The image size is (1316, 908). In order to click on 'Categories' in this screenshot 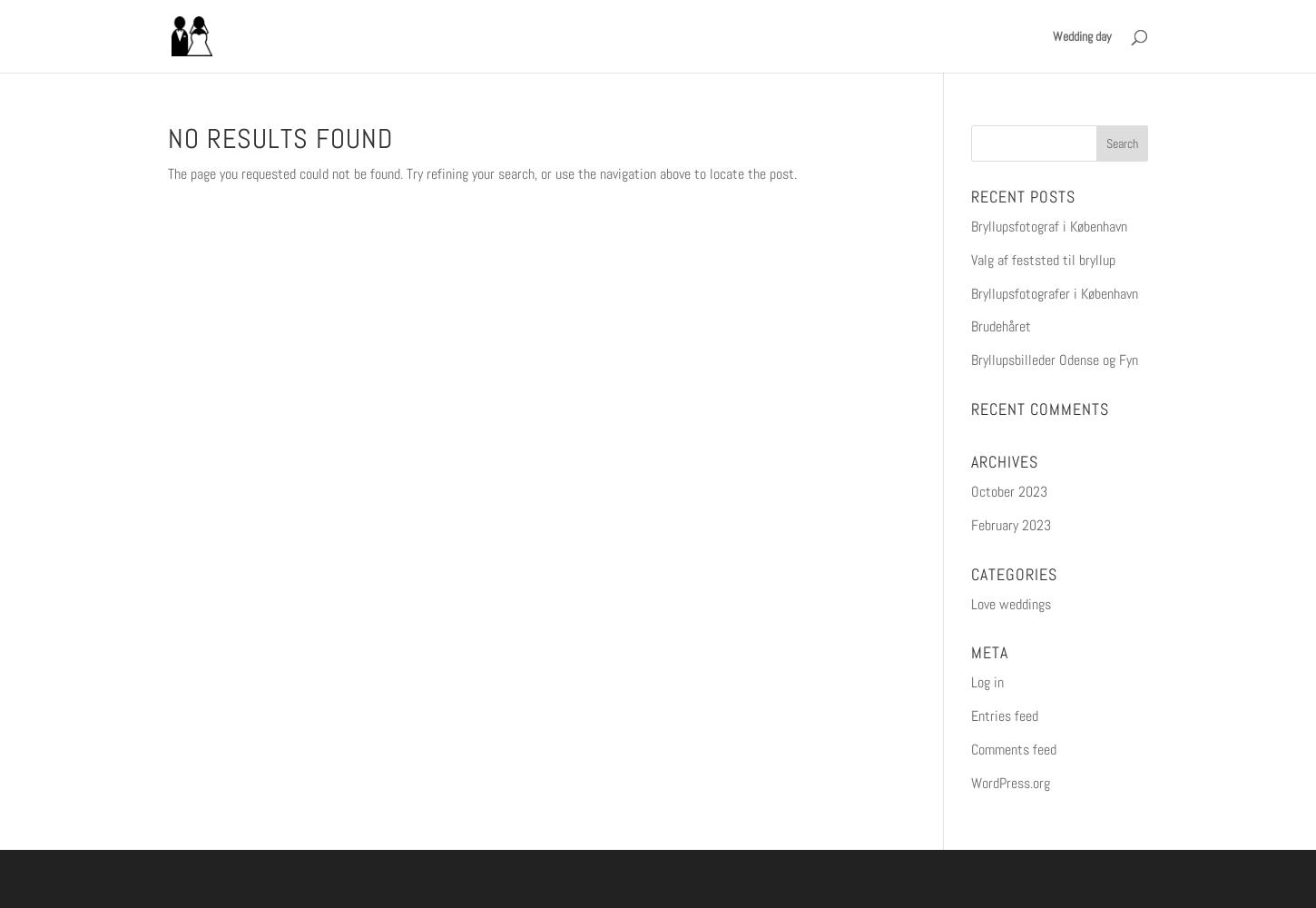, I will do `click(969, 573)`.